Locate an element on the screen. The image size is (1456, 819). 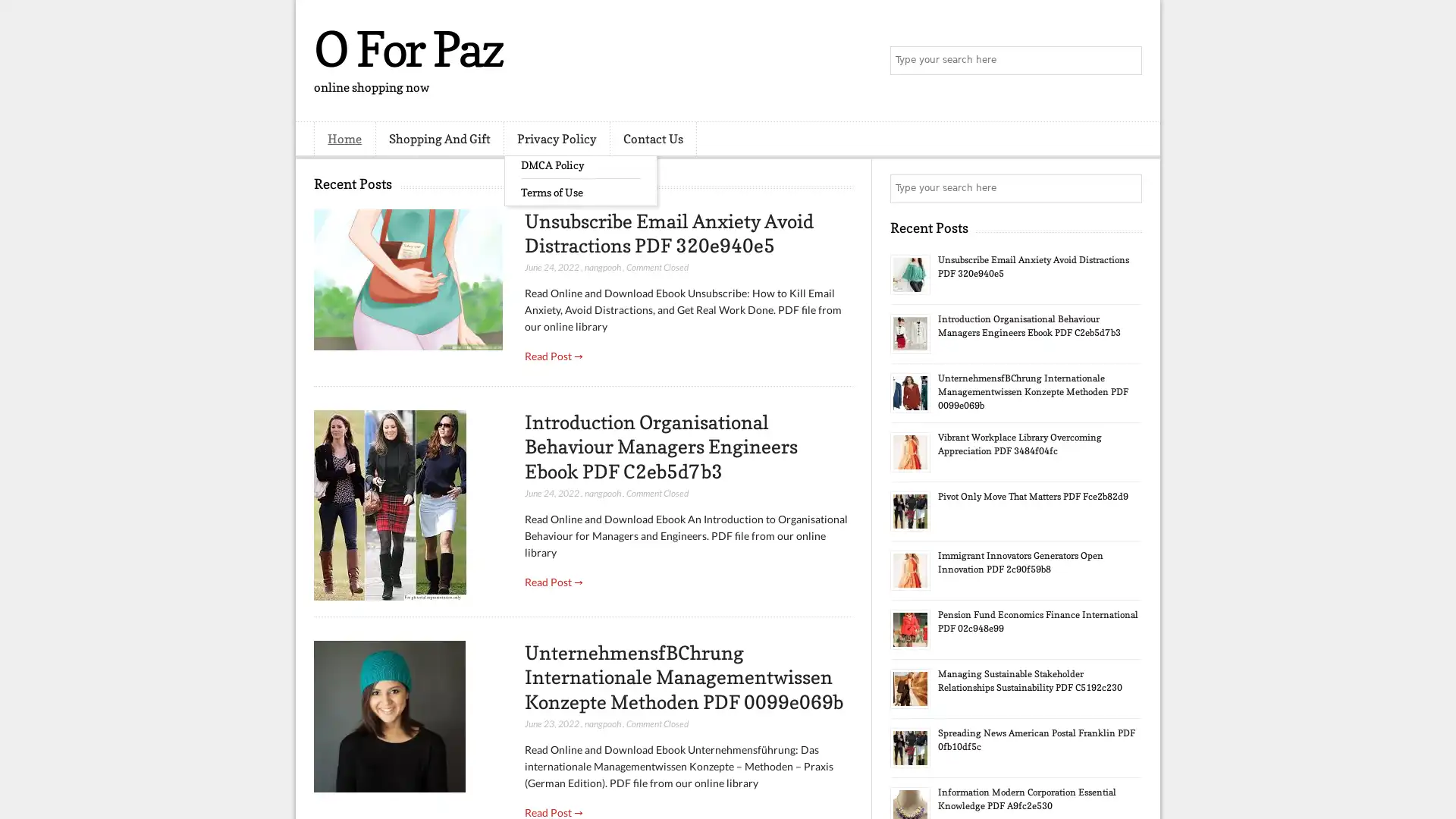
Search is located at coordinates (1126, 188).